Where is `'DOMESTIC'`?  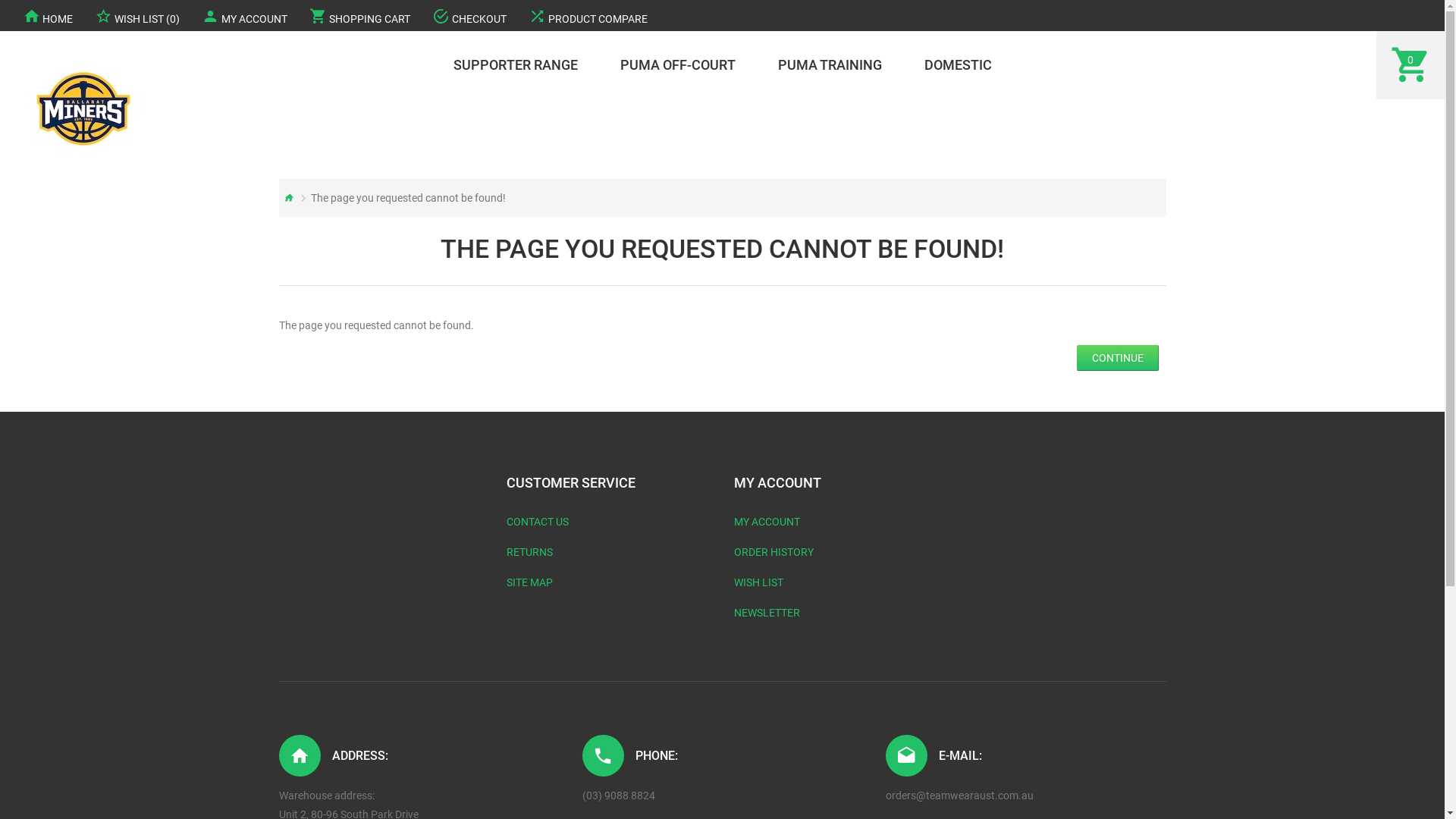
'DOMESTIC' is located at coordinates (956, 64).